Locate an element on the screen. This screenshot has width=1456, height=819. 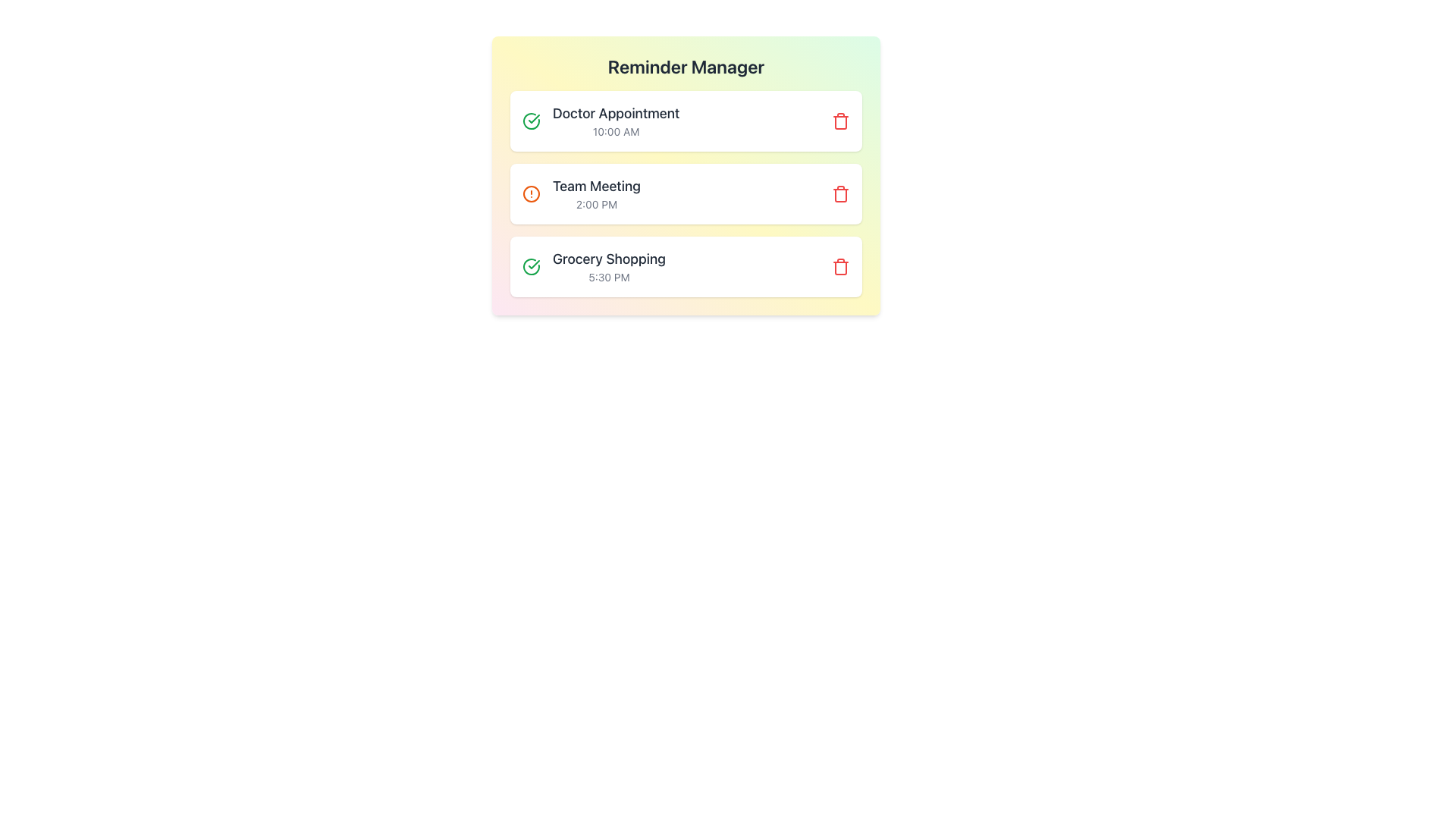
the text label that serves as the title for the second reminder entry in the Reminder Manager, positioned between 'Doctor Appointment' and 'Grocery Shopping', located above the time '2:00 PM' is located at coordinates (596, 186).